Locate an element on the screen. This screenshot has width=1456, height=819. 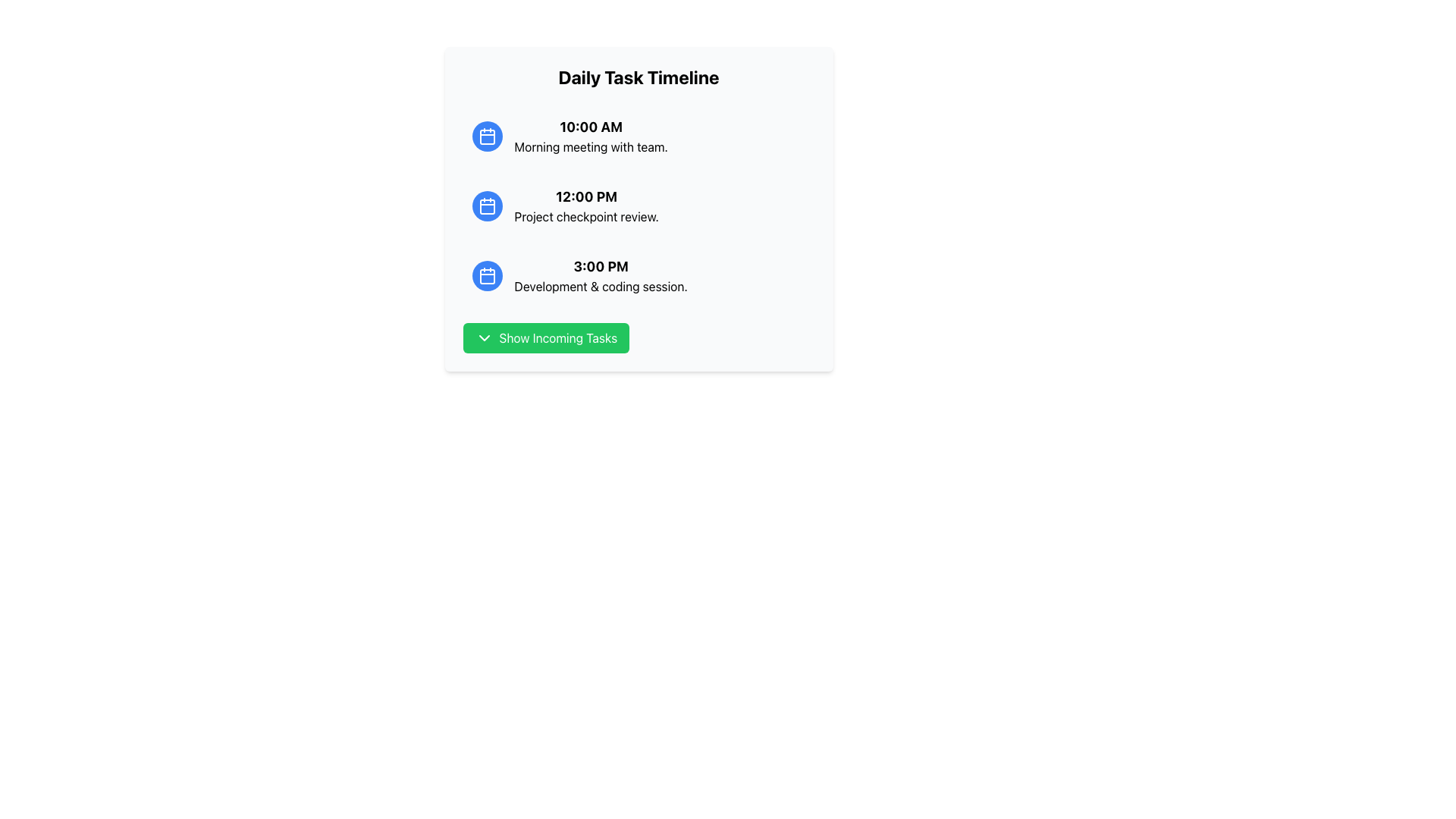
the calendar icon located to the left of the text '12:00 PM Project checkpoint review.' is located at coordinates (487, 206).